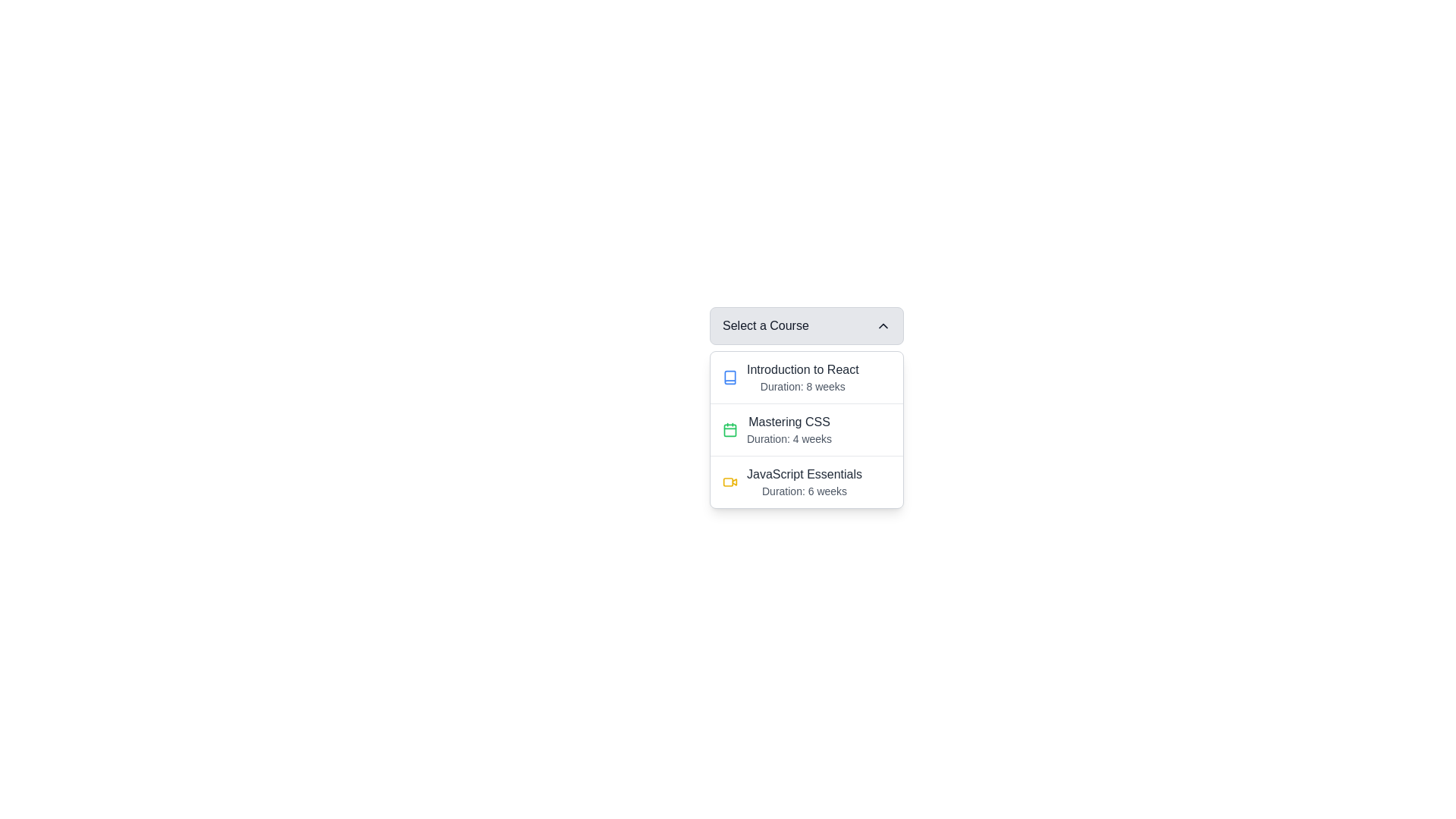 The image size is (1456, 819). I want to click on the static text label 'Select a Course' inside the dropdown menu button, which is positioned in the upper-left corner of the button structure, so click(765, 325).